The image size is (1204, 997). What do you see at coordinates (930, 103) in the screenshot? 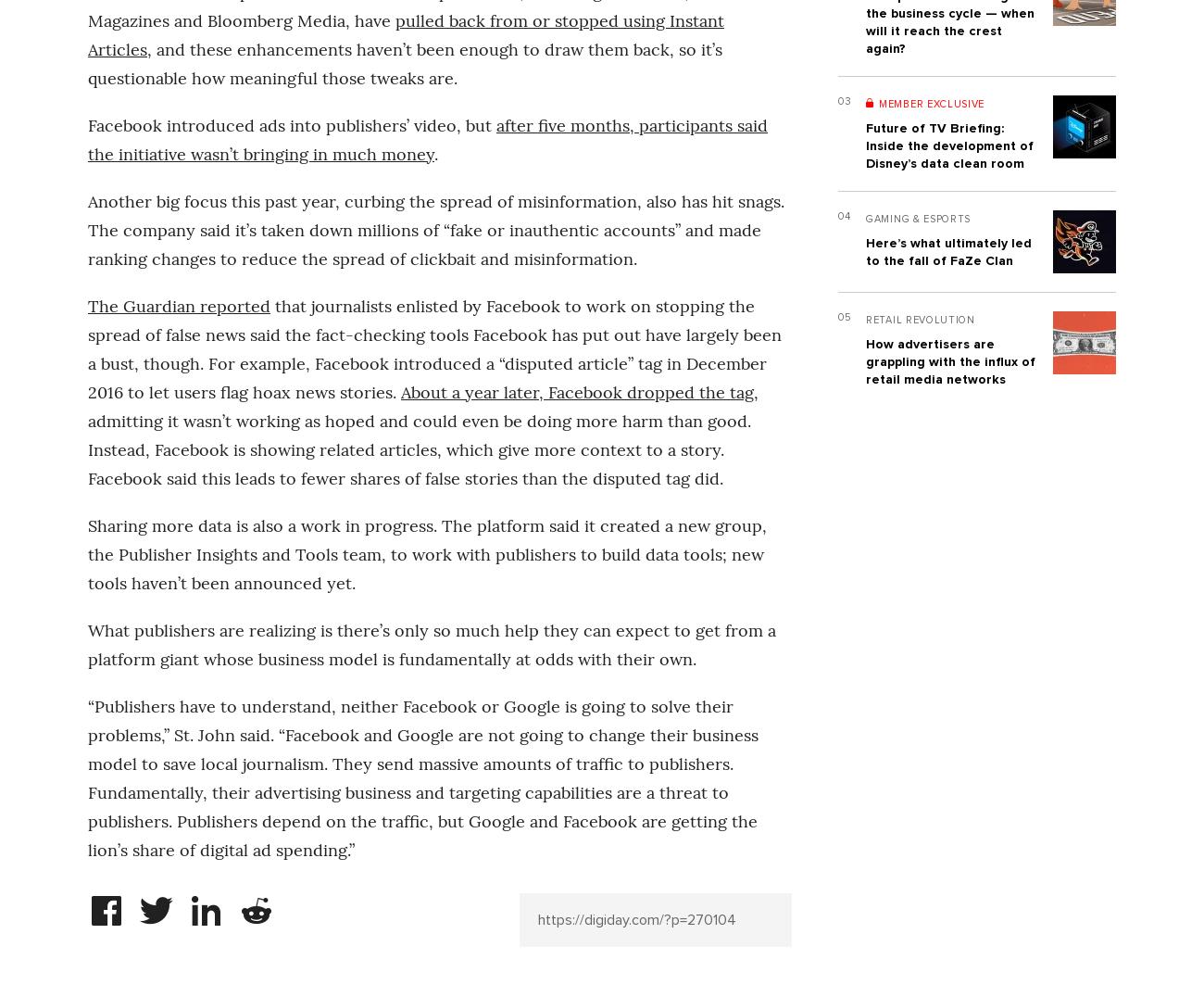
I see `'Member Exclusive'` at bounding box center [930, 103].